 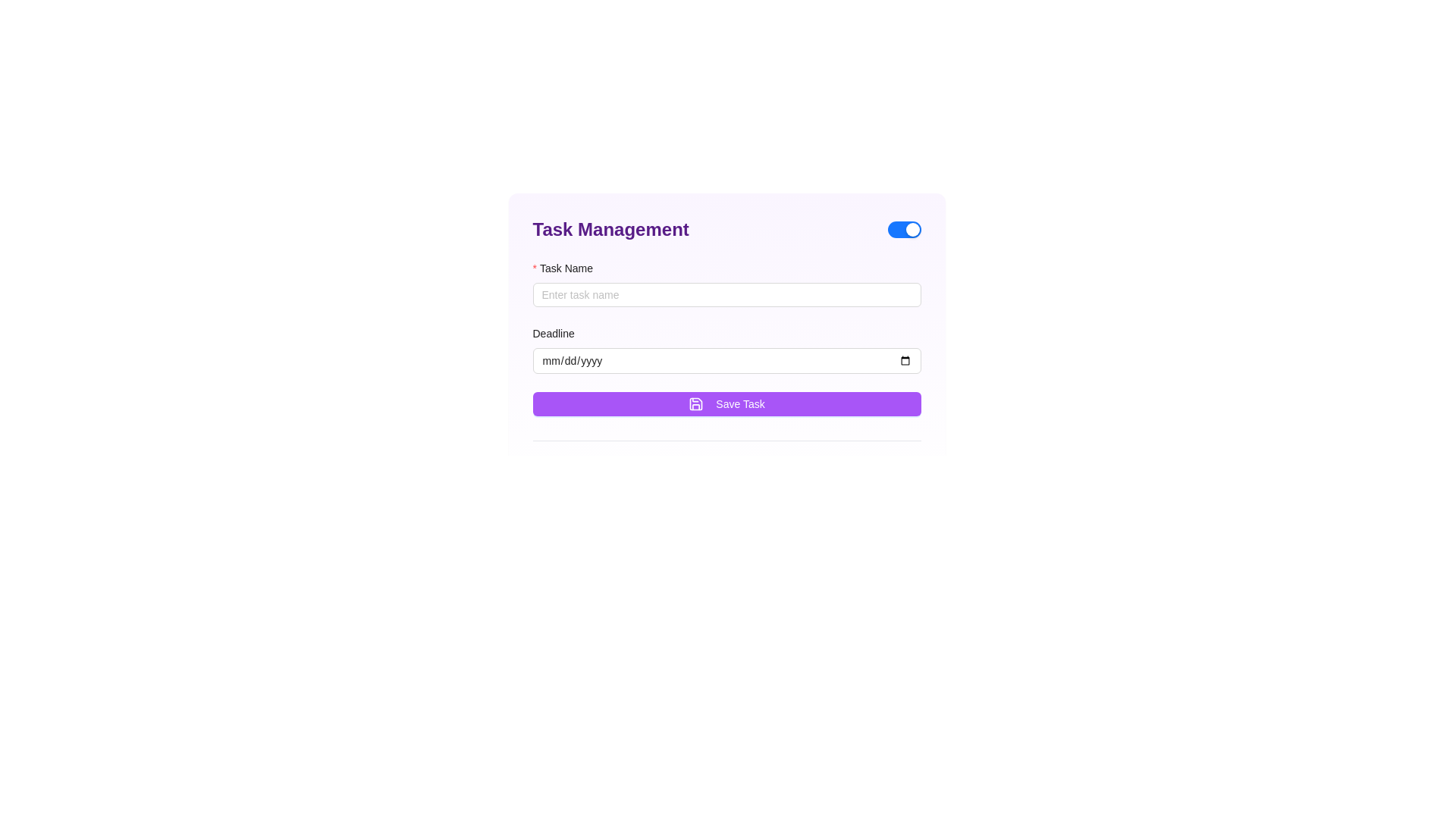 I want to click on the purple rectangular 'Save Task' button with a white save icon, so click(x=726, y=403).